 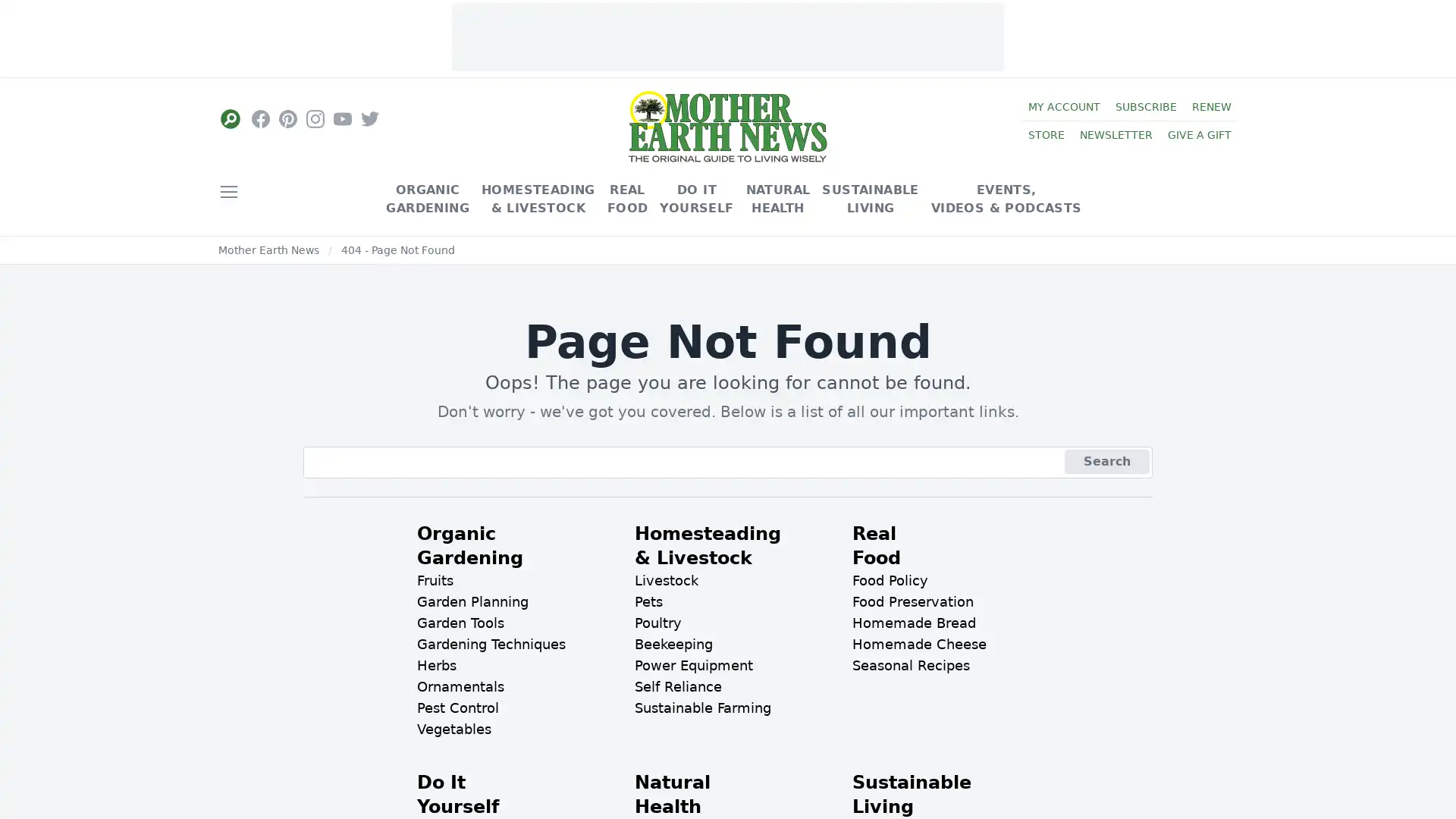 I want to click on Social Links, so click(x=229, y=119).